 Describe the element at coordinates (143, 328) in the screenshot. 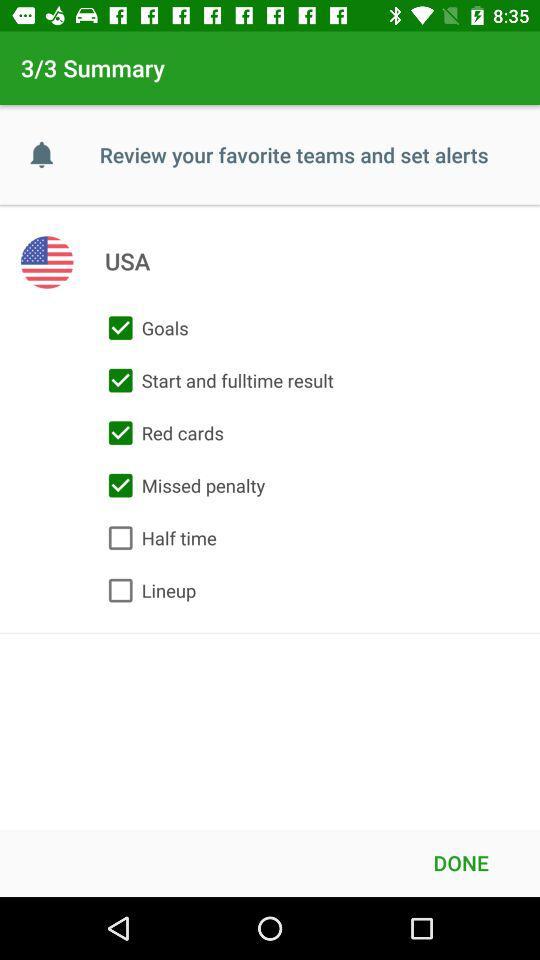

I see `item above the start and fulltime item` at that location.